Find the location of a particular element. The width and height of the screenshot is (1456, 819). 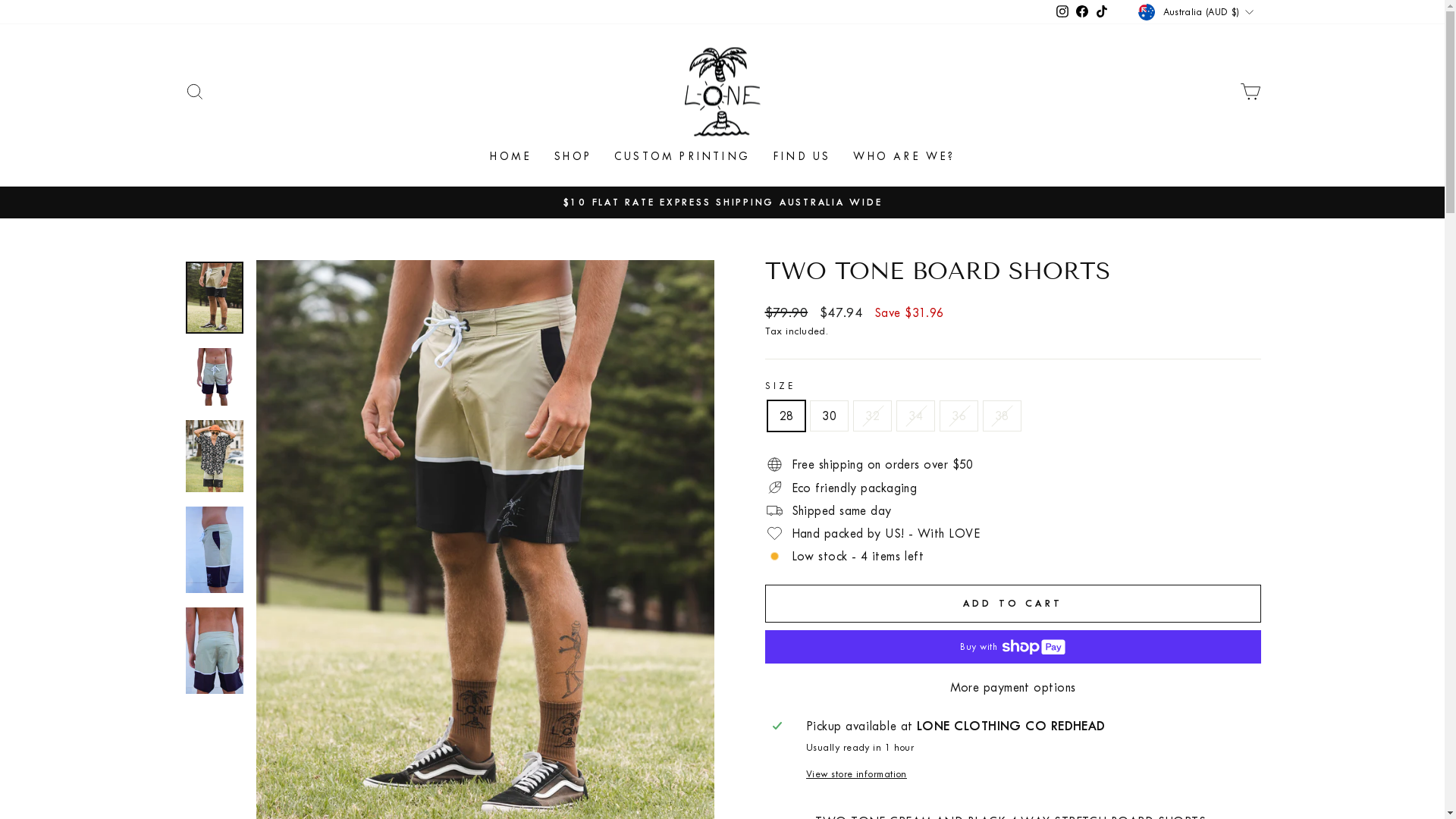

'SEARCH' is located at coordinates (193, 91).